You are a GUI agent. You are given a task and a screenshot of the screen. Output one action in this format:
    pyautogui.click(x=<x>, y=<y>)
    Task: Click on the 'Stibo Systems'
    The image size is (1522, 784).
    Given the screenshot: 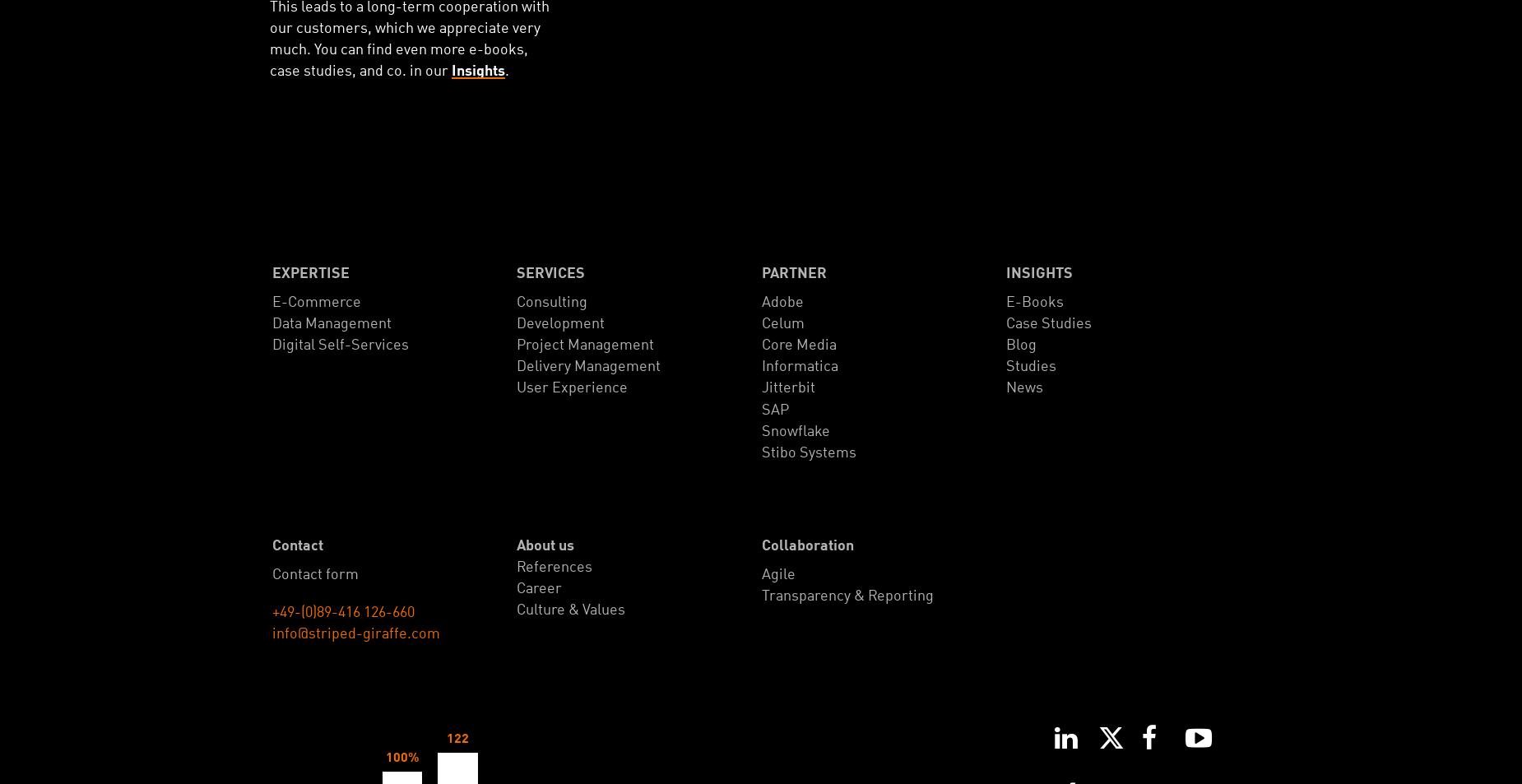 What is the action you would take?
    pyautogui.click(x=807, y=452)
    